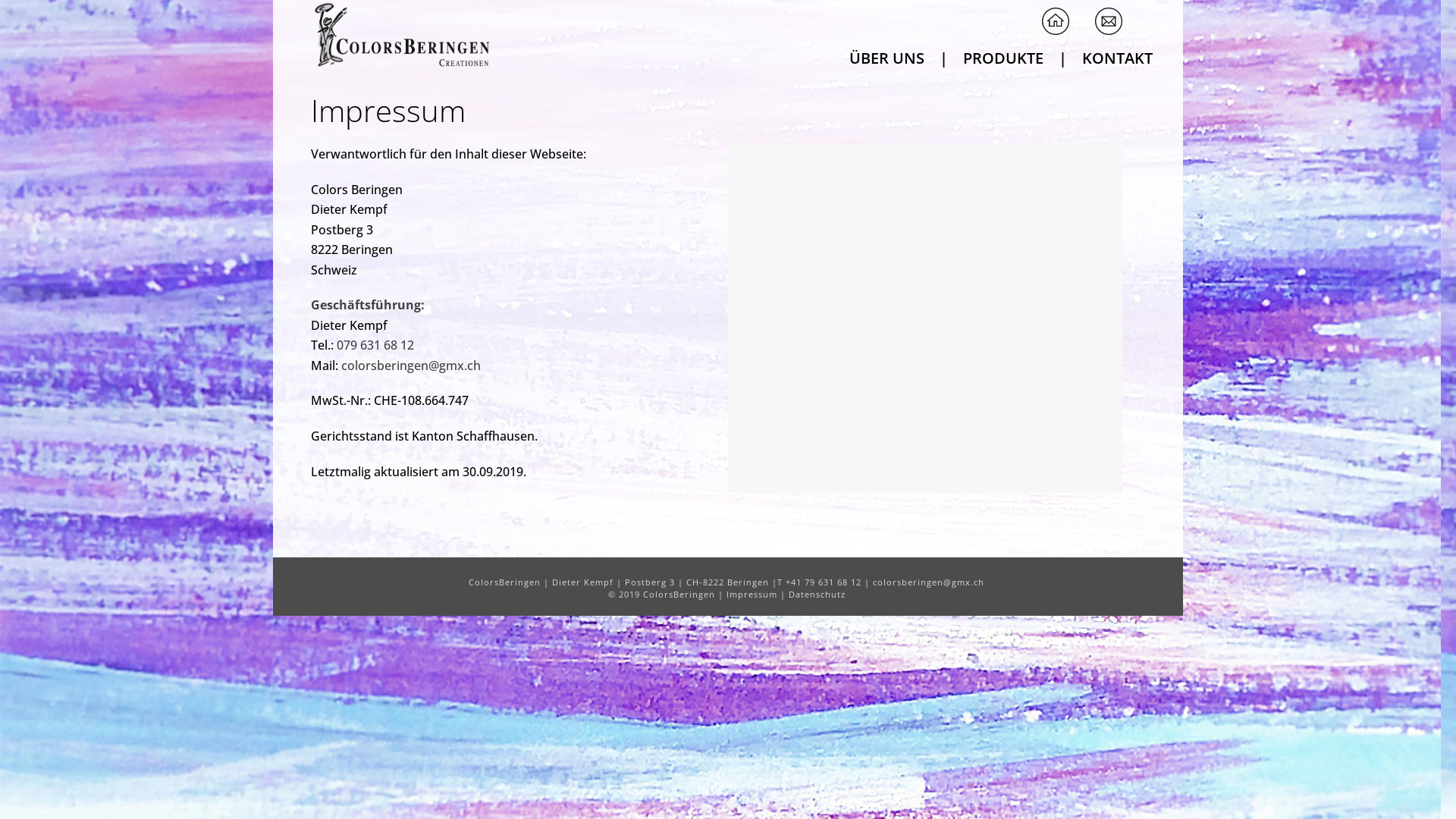 This screenshot has height=819, width=1456. What do you see at coordinates (943, 55) in the screenshot?
I see `'|'` at bounding box center [943, 55].